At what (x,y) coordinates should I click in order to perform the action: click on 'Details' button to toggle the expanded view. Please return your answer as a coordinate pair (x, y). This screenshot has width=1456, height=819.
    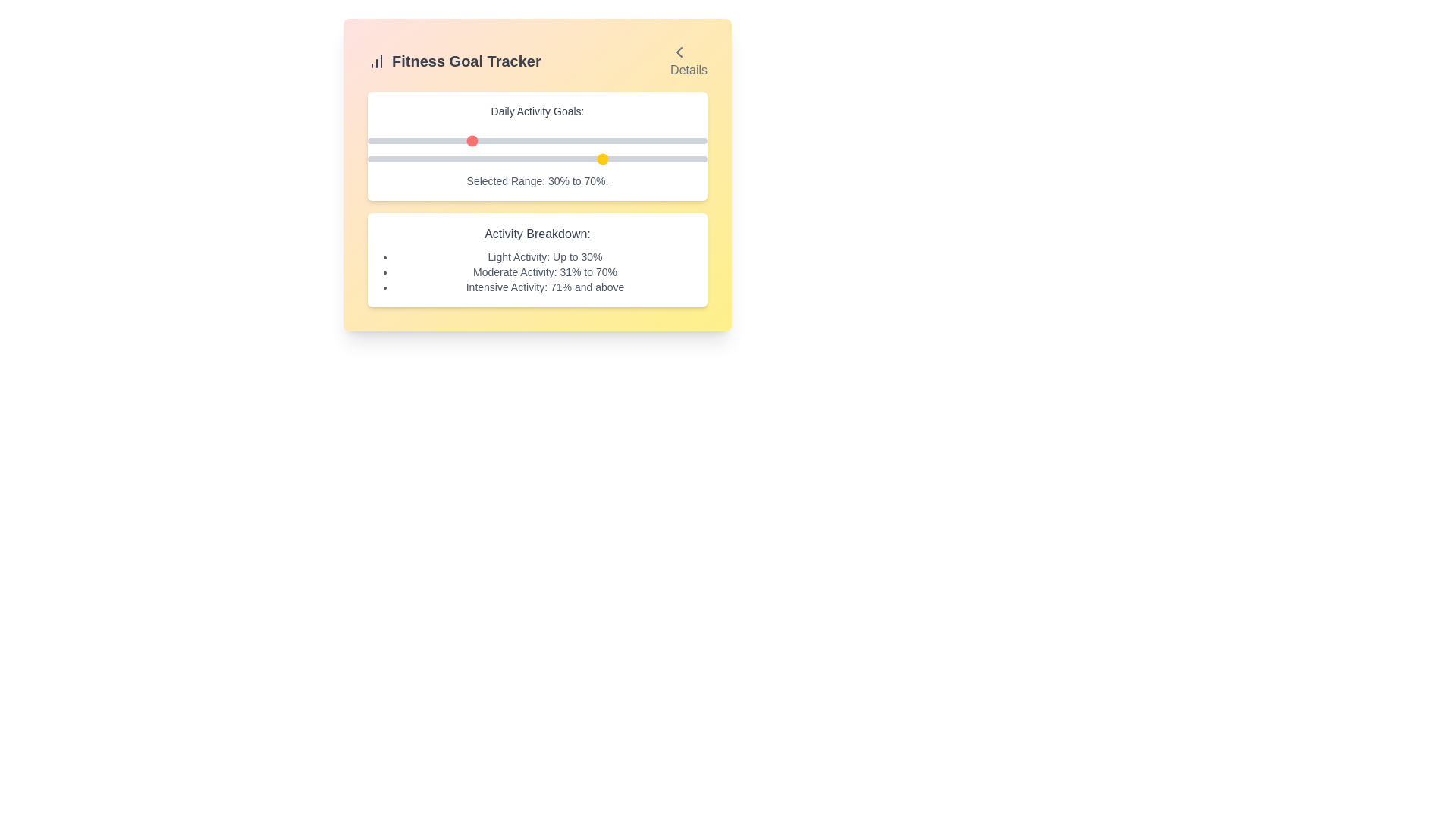
    Looking at the image, I should click on (687, 61).